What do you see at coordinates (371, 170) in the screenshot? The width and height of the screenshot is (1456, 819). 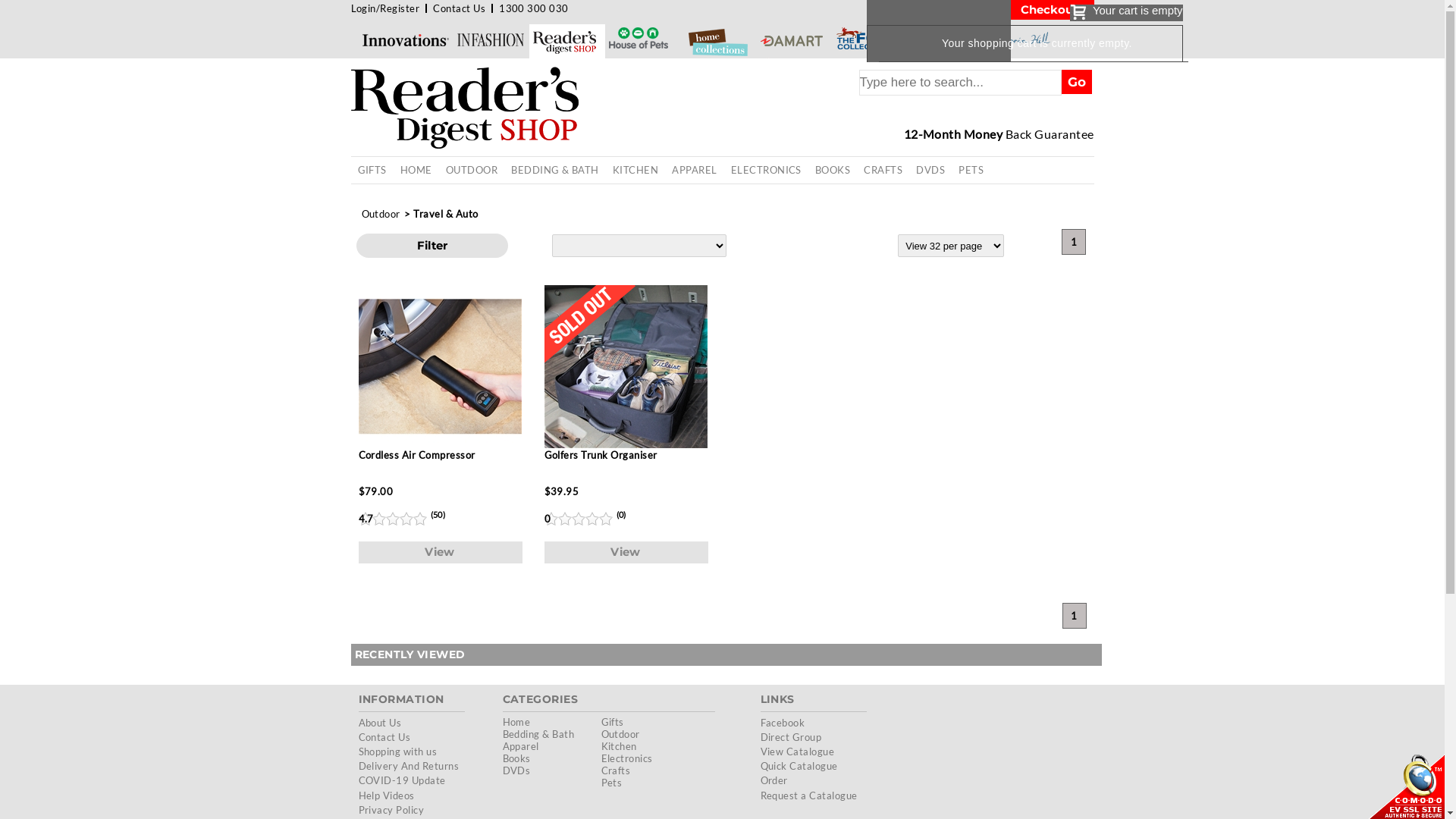 I see `'GIFTS'` at bounding box center [371, 170].